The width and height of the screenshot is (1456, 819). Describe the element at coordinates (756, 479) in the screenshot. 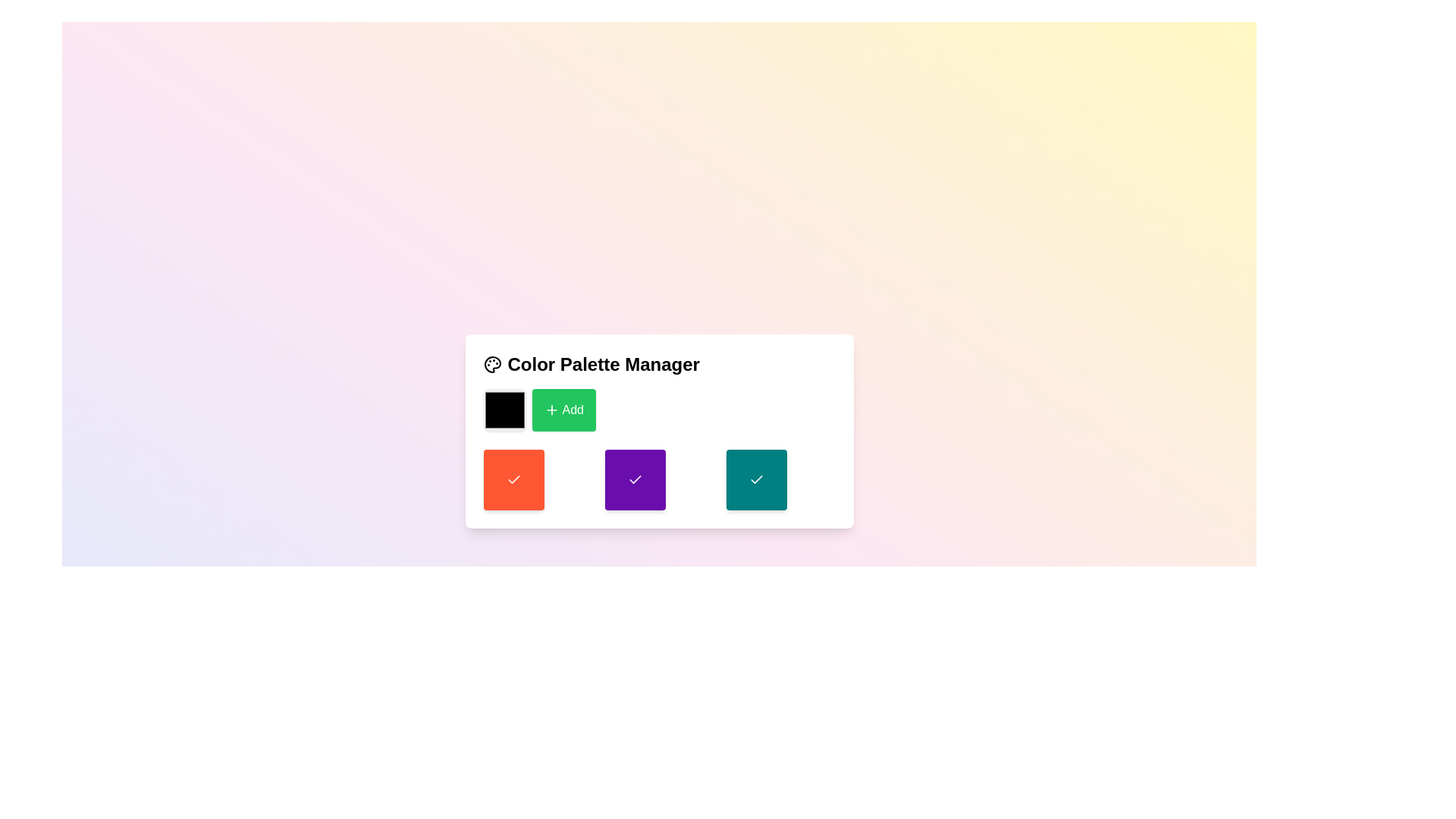

I see `the teal square button with a white checkmark icon, which is the third button in a grid layout, to trigger potential hover effects` at that location.